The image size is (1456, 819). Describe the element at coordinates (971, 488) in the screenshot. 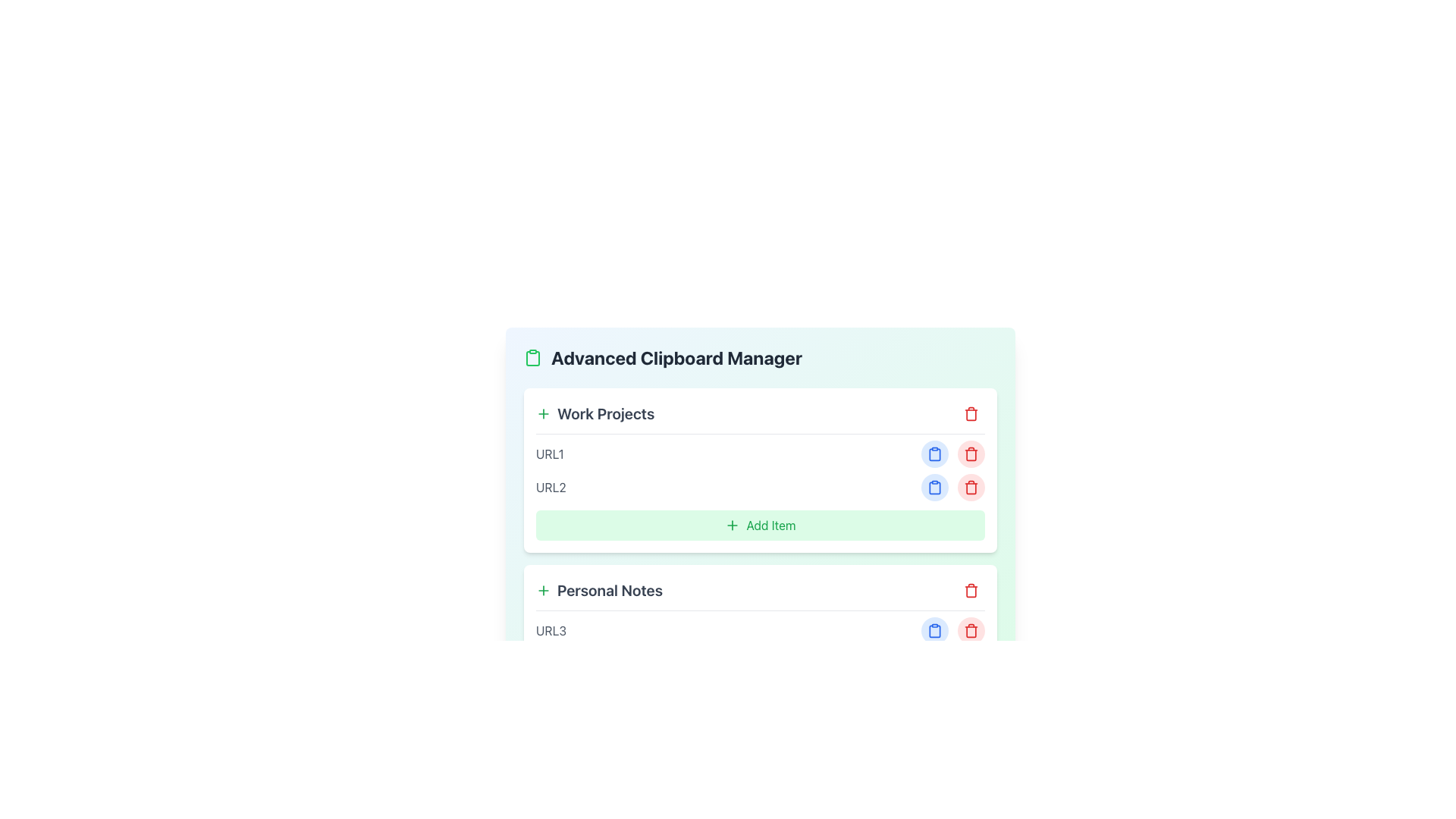

I see `the trash can icon button` at that location.